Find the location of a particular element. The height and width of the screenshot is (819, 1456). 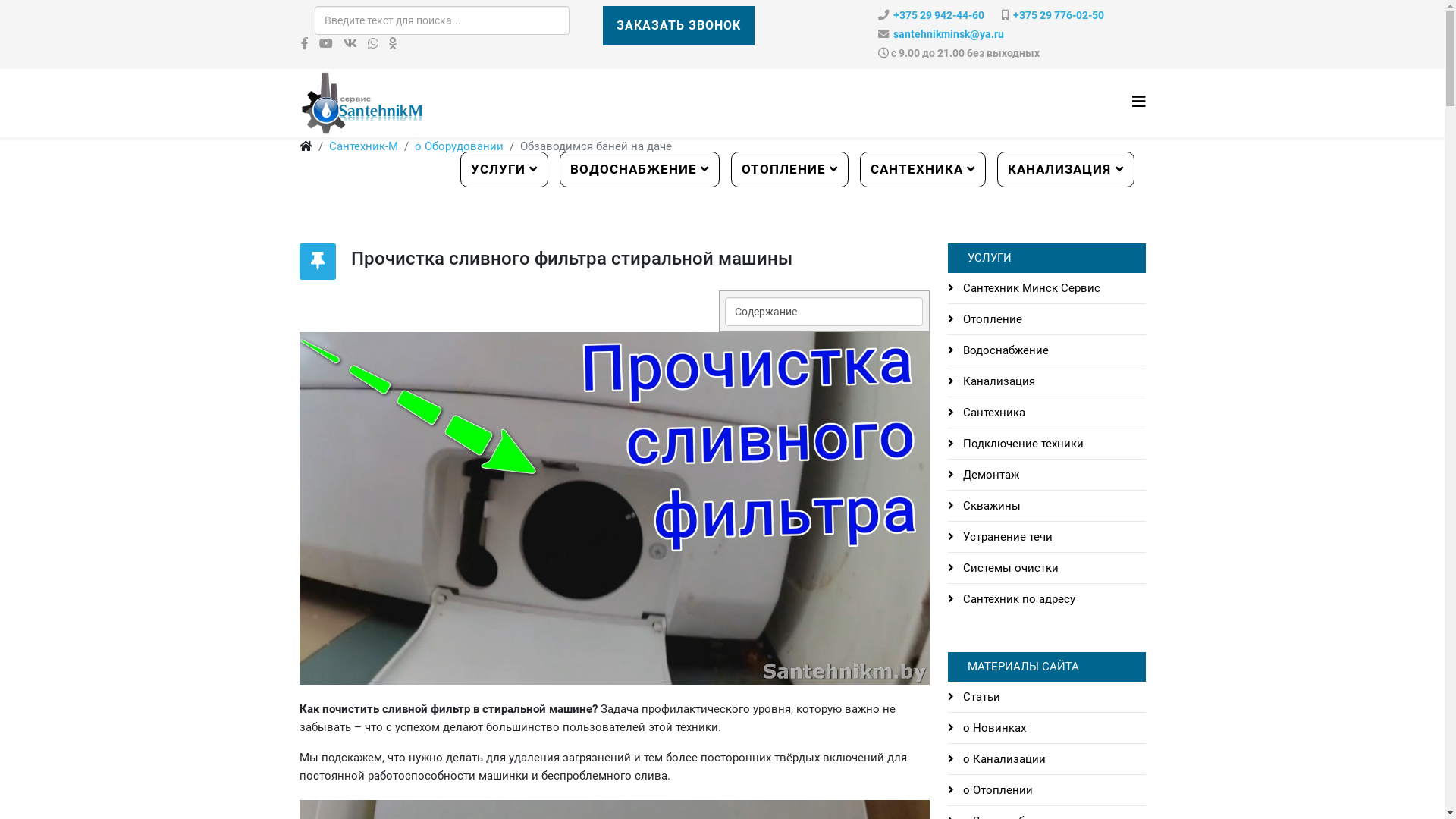

'santehnikminsk@ya.ru' is located at coordinates (948, 34).